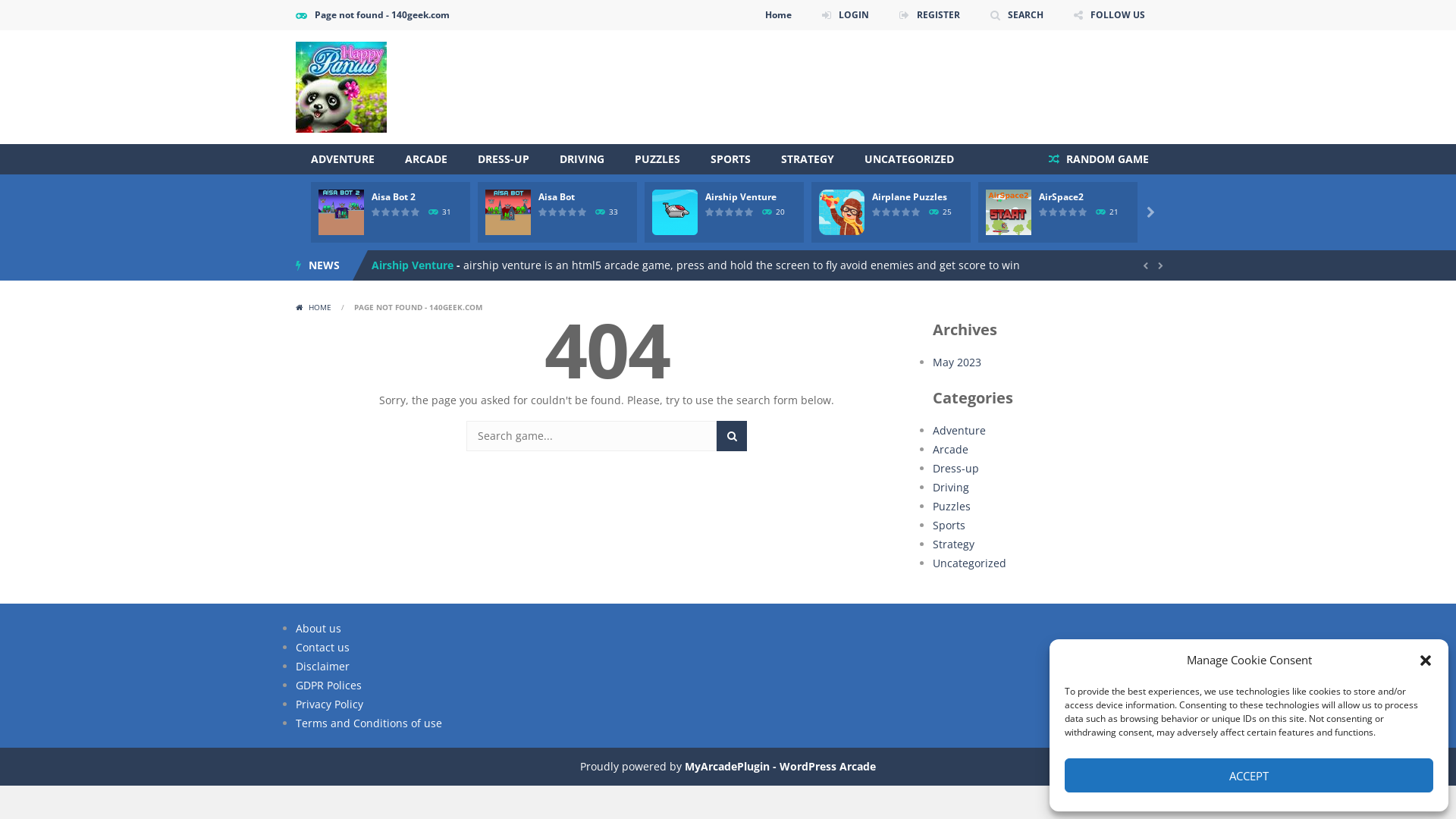 This screenshot has width=1456, height=819. I want to click on 'Puzzles', so click(950, 506).